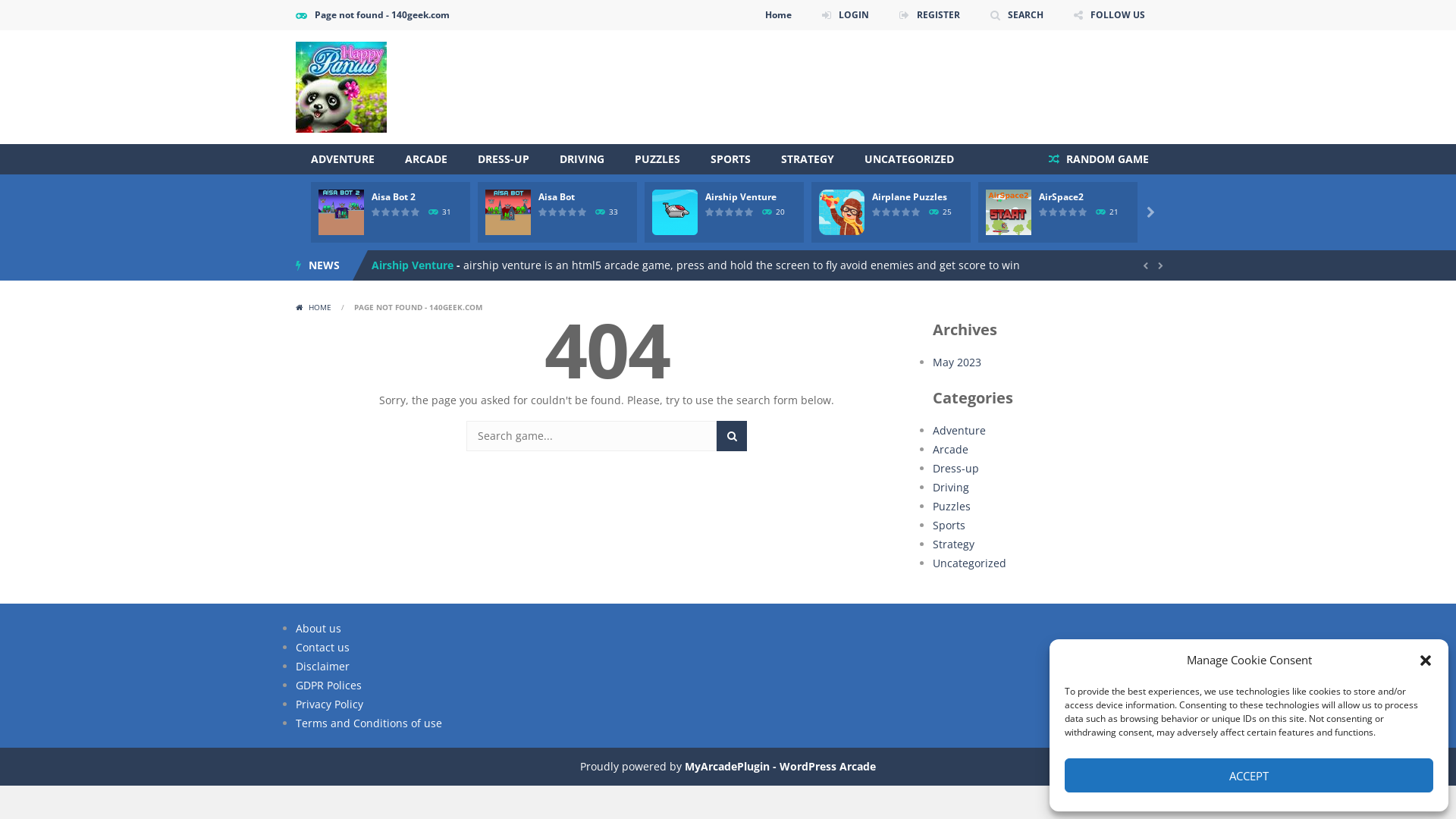 This screenshot has width=1456, height=819. I want to click on 'Puzzles', so click(950, 506).